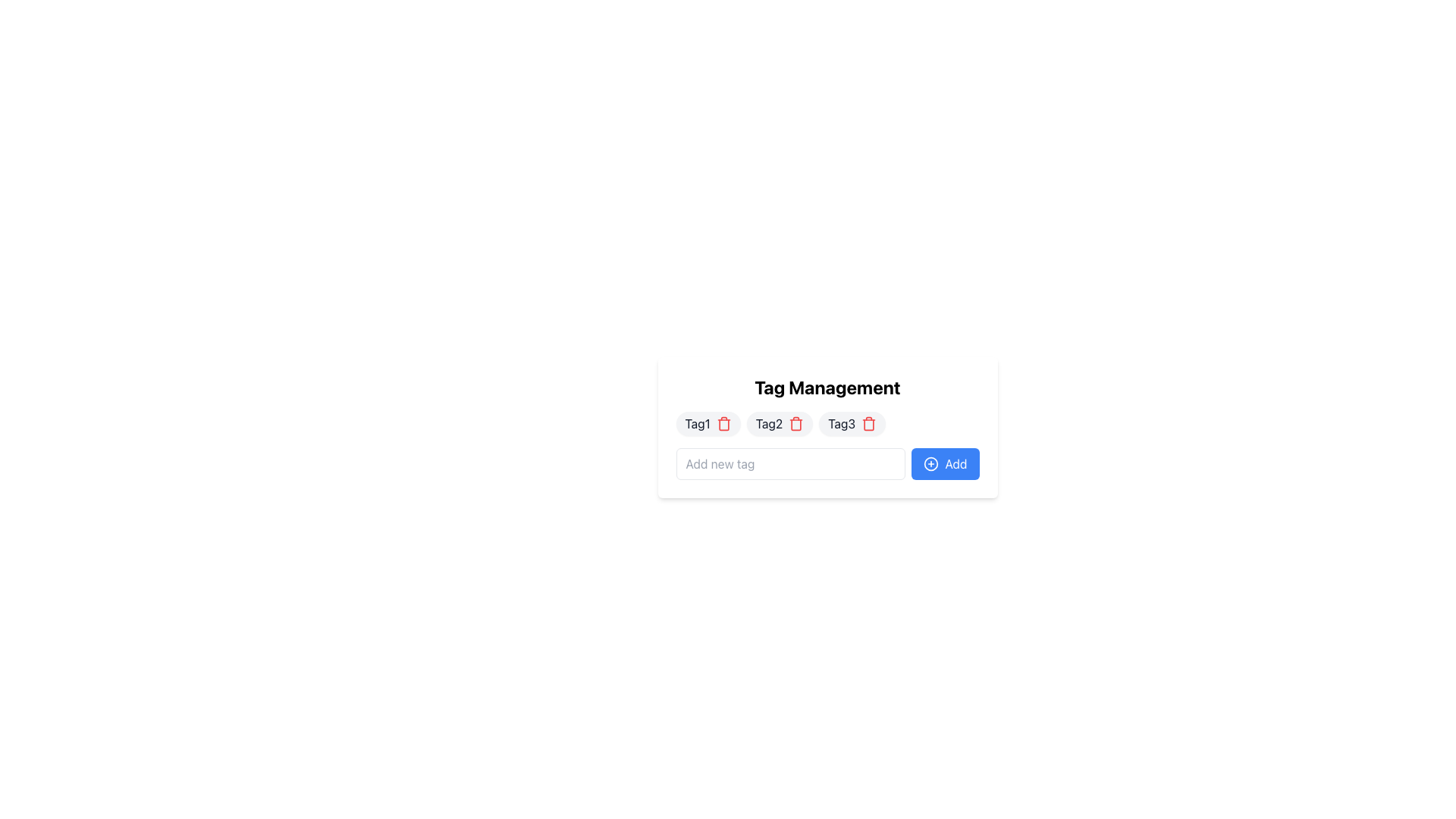 The height and width of the screenshot is (819, 1456). What do you see at coordinates (852, 424) in the screenshot?
I see `the Tag component labeled 'Tag3' with an inline delete button` at bounding box center [852, 424].